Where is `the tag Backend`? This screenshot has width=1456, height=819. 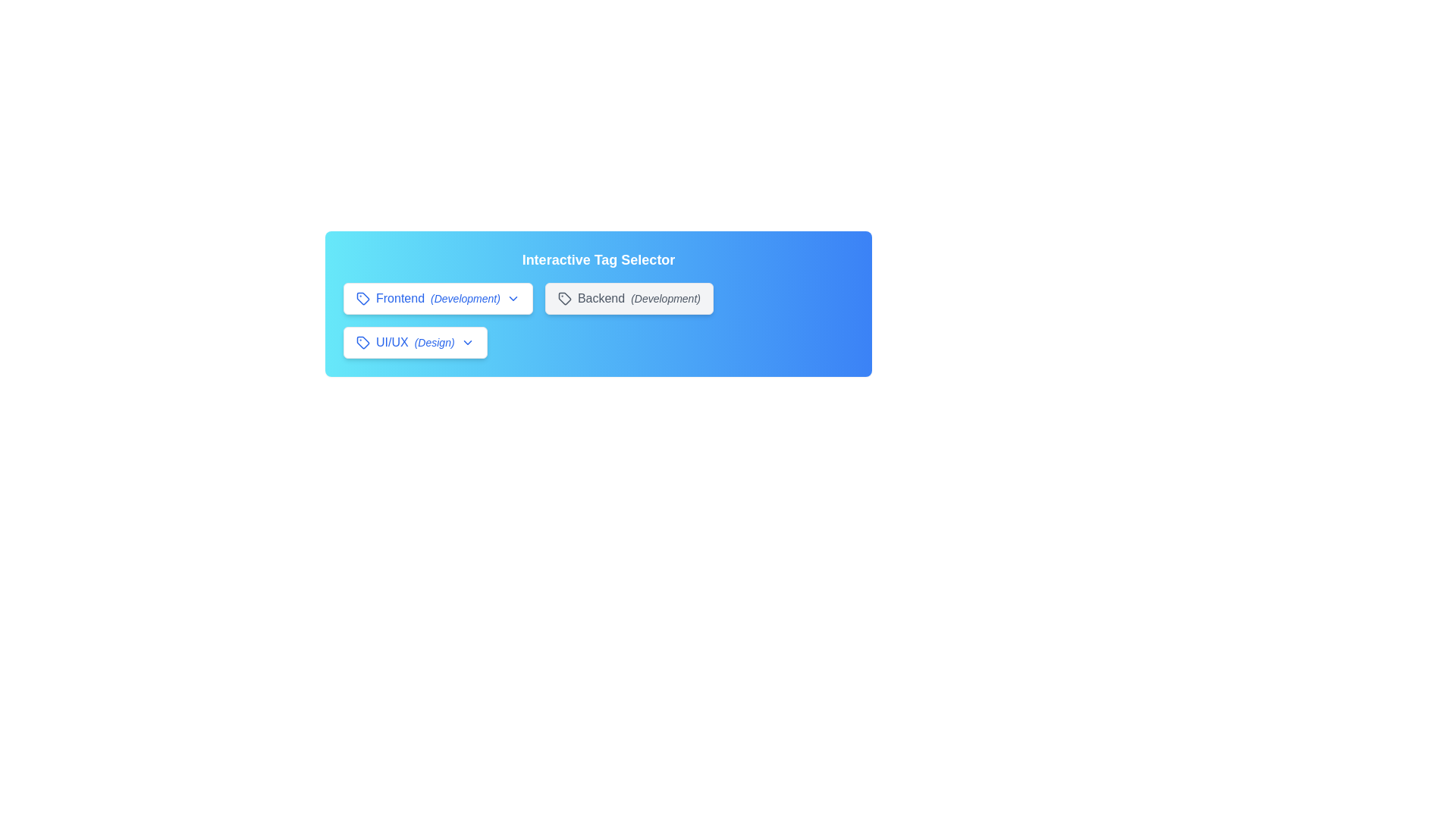
the tag Backend is located at coordinates (629, 298).